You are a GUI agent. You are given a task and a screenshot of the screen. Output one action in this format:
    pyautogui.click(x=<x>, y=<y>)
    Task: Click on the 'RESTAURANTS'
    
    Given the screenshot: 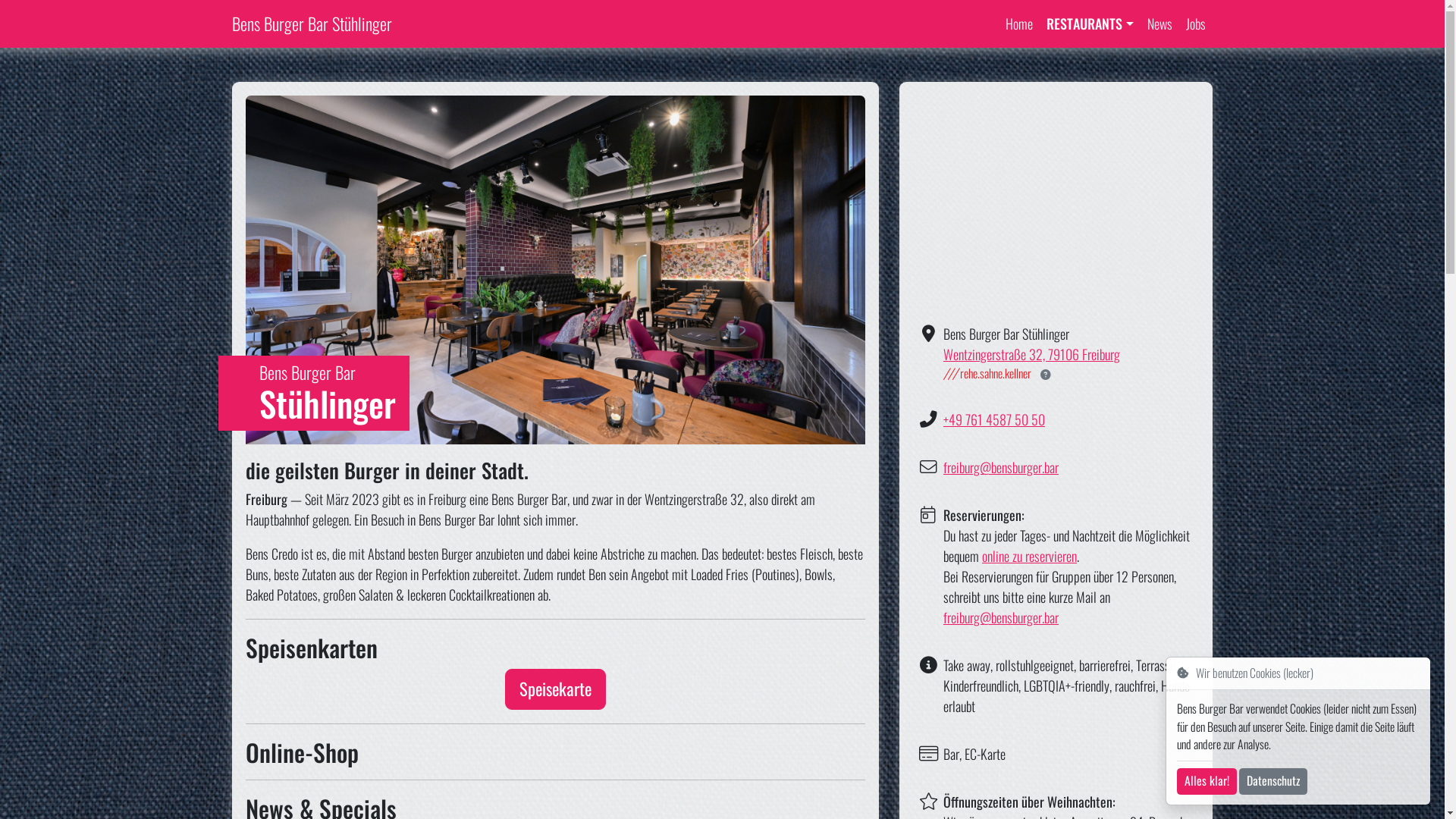 What is the action you would take?
    pyautogui.click(x=1089, y=24)
    